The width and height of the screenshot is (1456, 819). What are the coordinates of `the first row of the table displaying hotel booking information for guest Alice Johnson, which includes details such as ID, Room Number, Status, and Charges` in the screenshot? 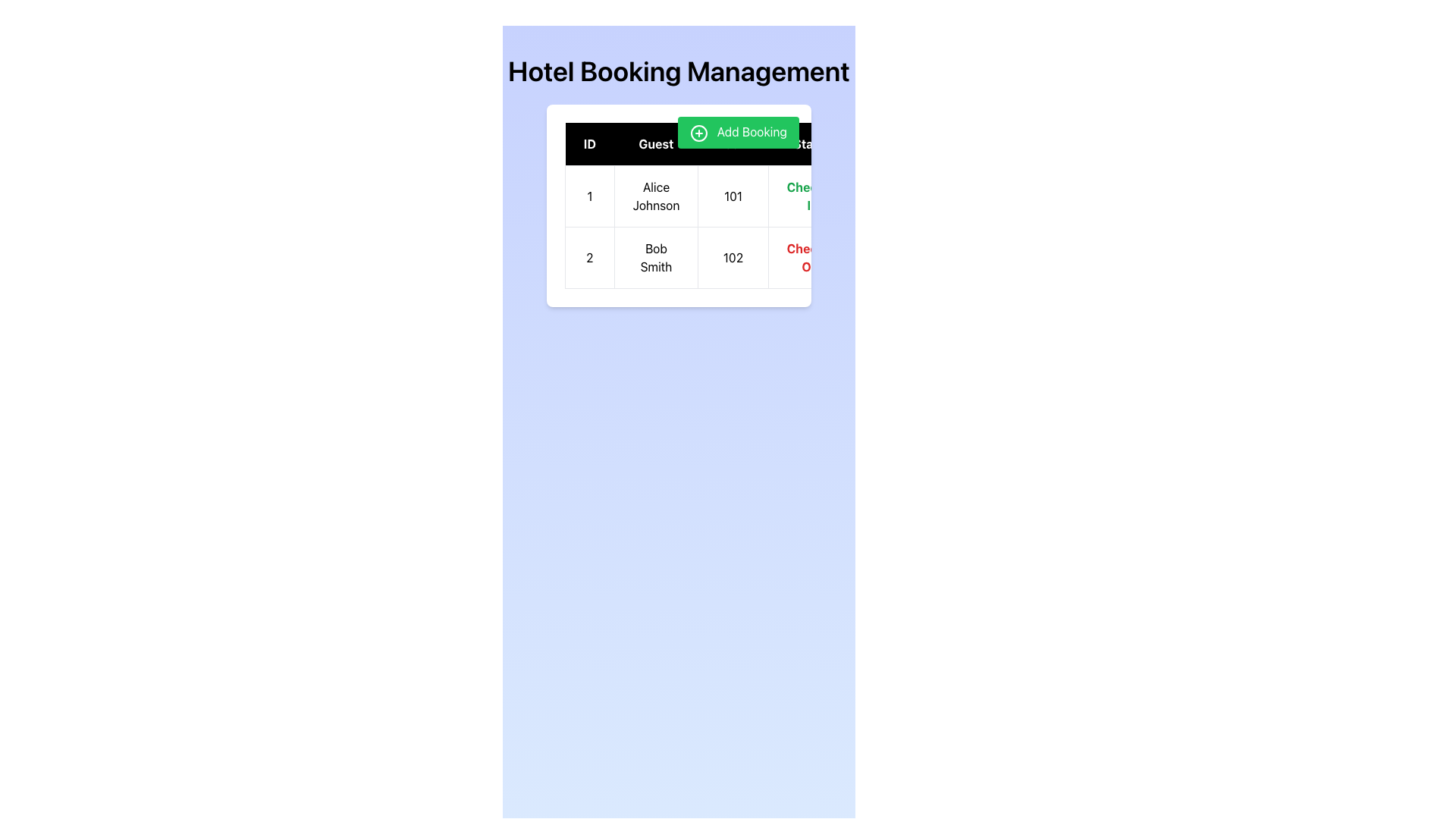 It's located at (753, 195).